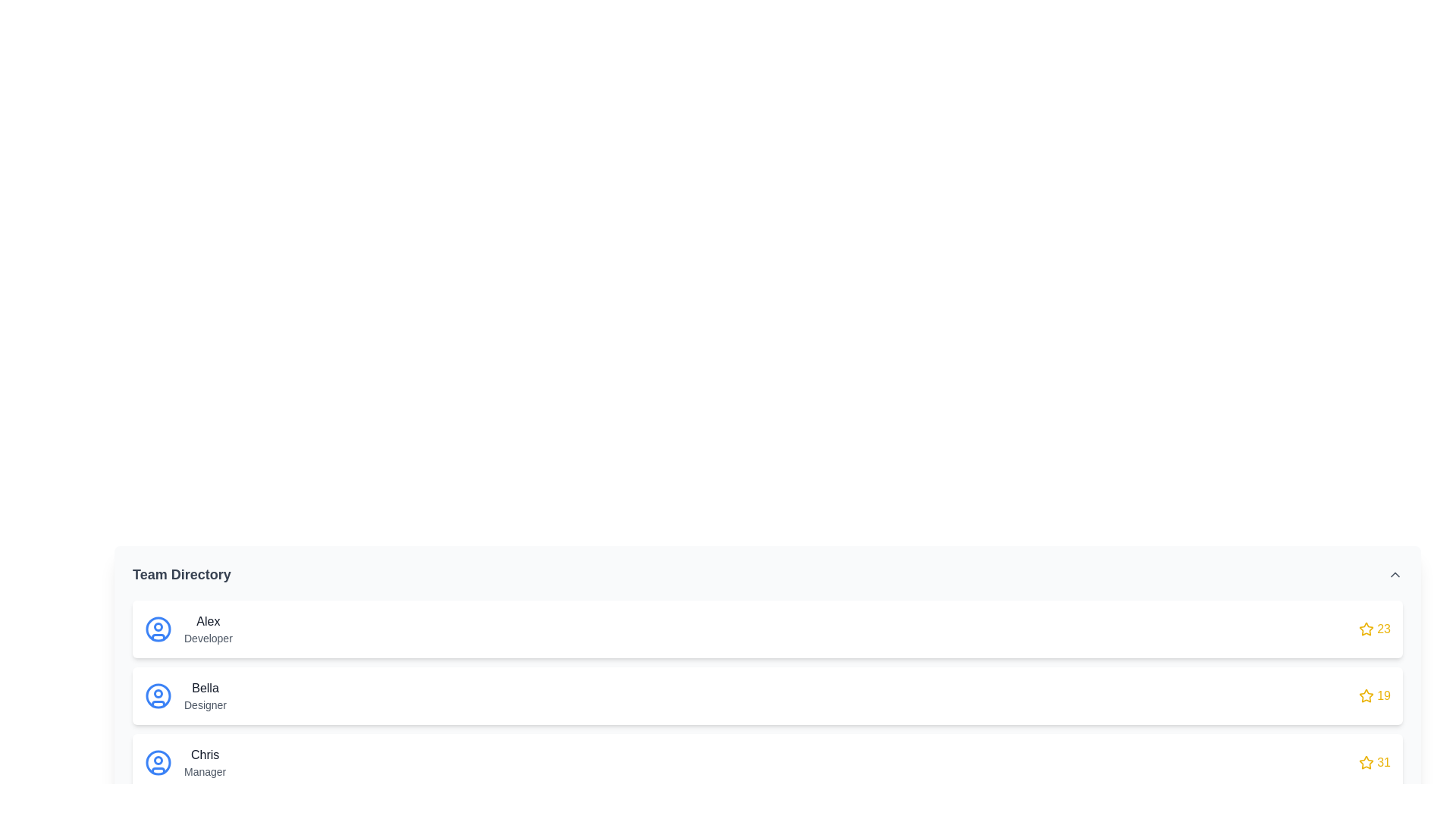  What do you see at coordinates (184, 696) in the screenshot?
I see `the Profile Display or List Item for user 'Bella', which features a blue circular avatar with a user silhouette, bold name 'Bella' above lighter gray text 'Designer'` at bounding box center [184, 696].